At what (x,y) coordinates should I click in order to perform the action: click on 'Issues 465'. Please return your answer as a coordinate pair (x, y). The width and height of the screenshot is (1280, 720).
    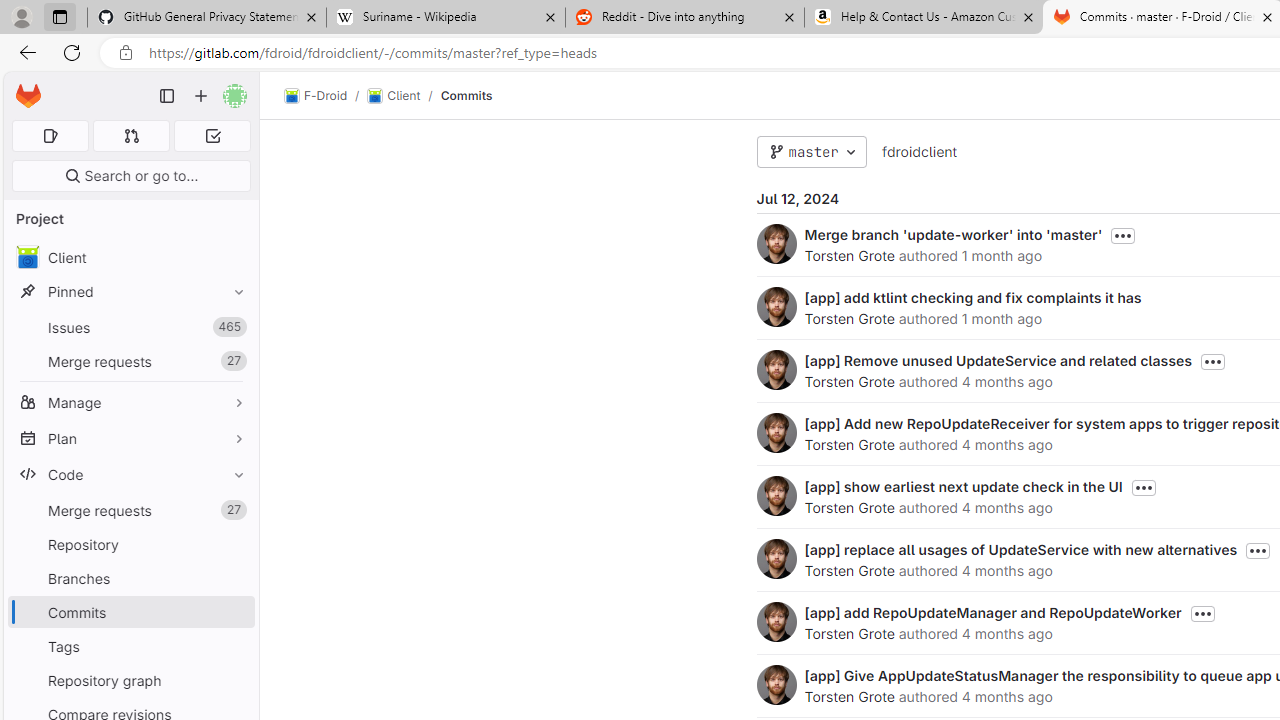
    Looking at the image, I should click on (130, 326).